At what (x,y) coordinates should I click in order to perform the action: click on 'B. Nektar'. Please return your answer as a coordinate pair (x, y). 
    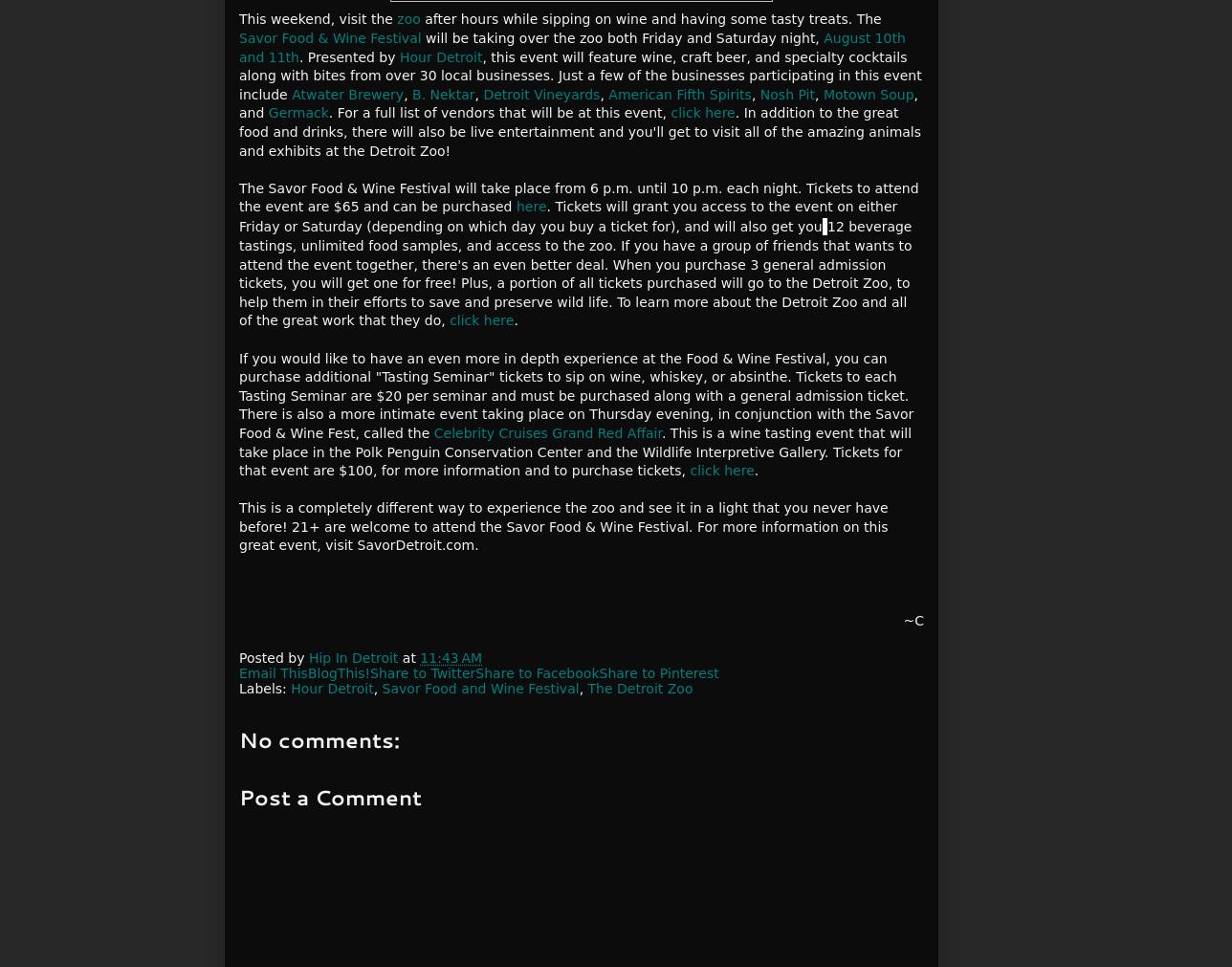
    Looking at the image, I should click on (443, 92).